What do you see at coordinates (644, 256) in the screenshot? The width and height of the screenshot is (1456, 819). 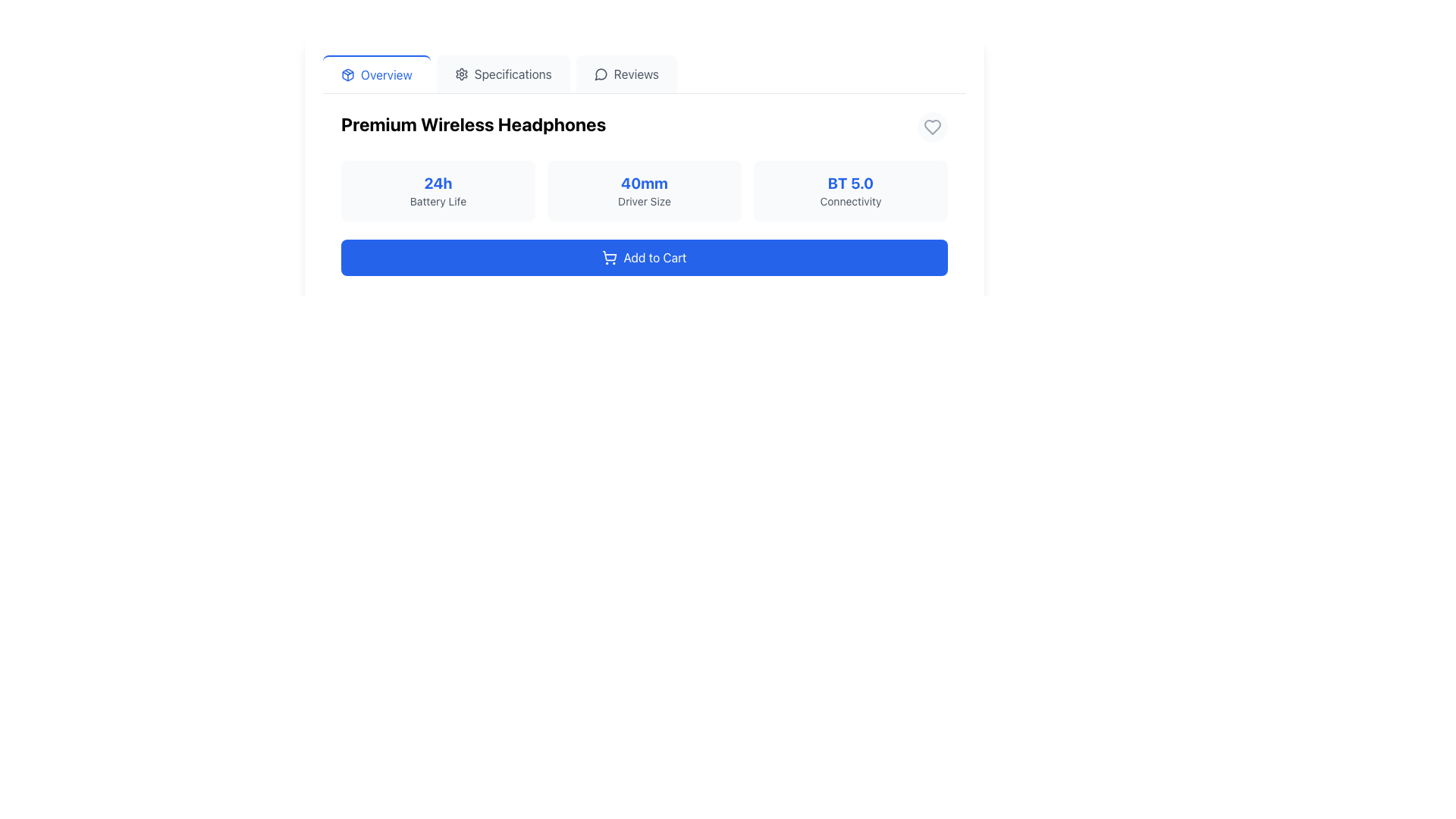 I see `the blue 'Add to Cart' button with a shopping cart icon` at bounding box center [644, 256].